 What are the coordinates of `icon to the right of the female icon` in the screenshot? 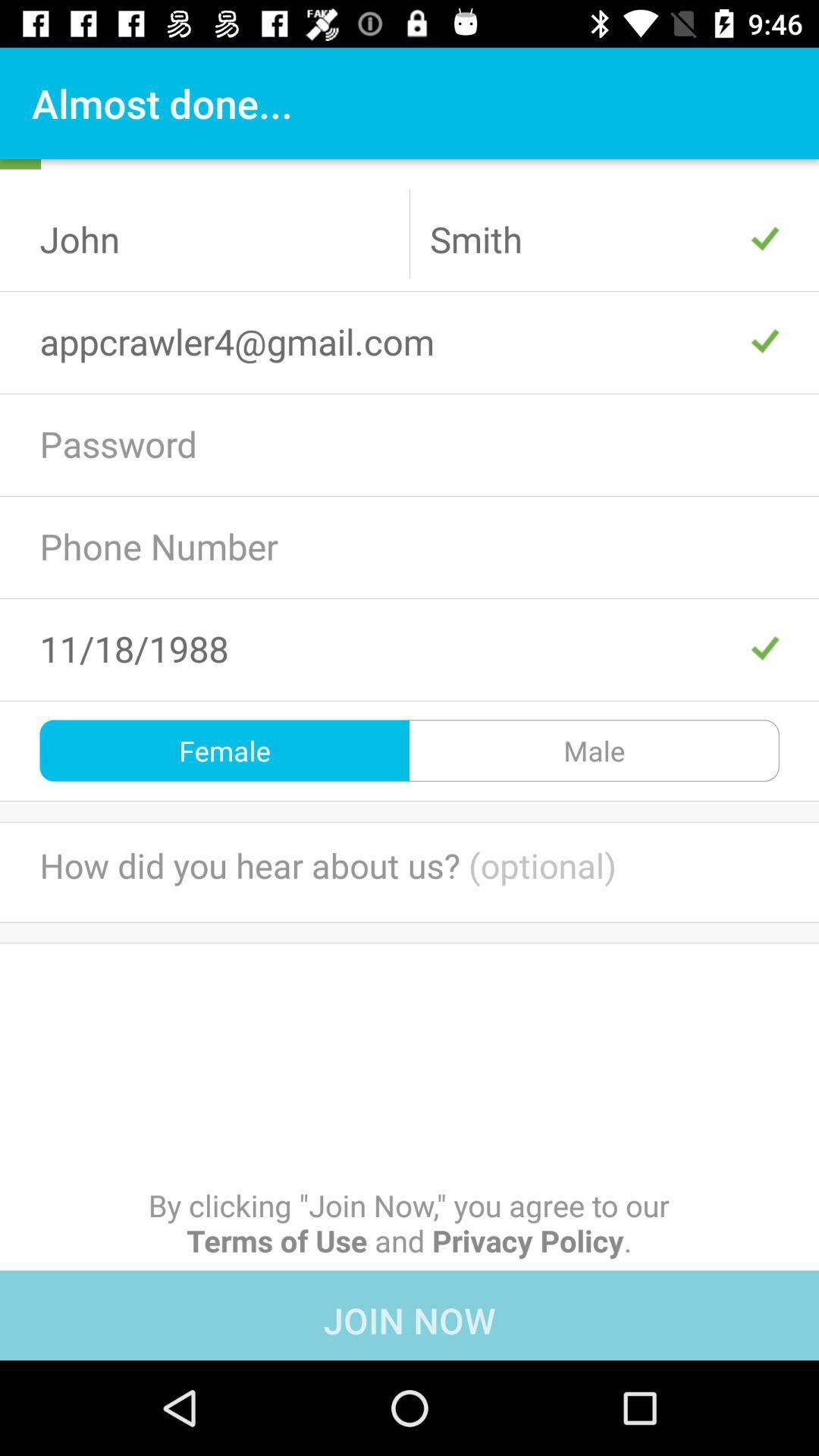 It's located at (593, 750).